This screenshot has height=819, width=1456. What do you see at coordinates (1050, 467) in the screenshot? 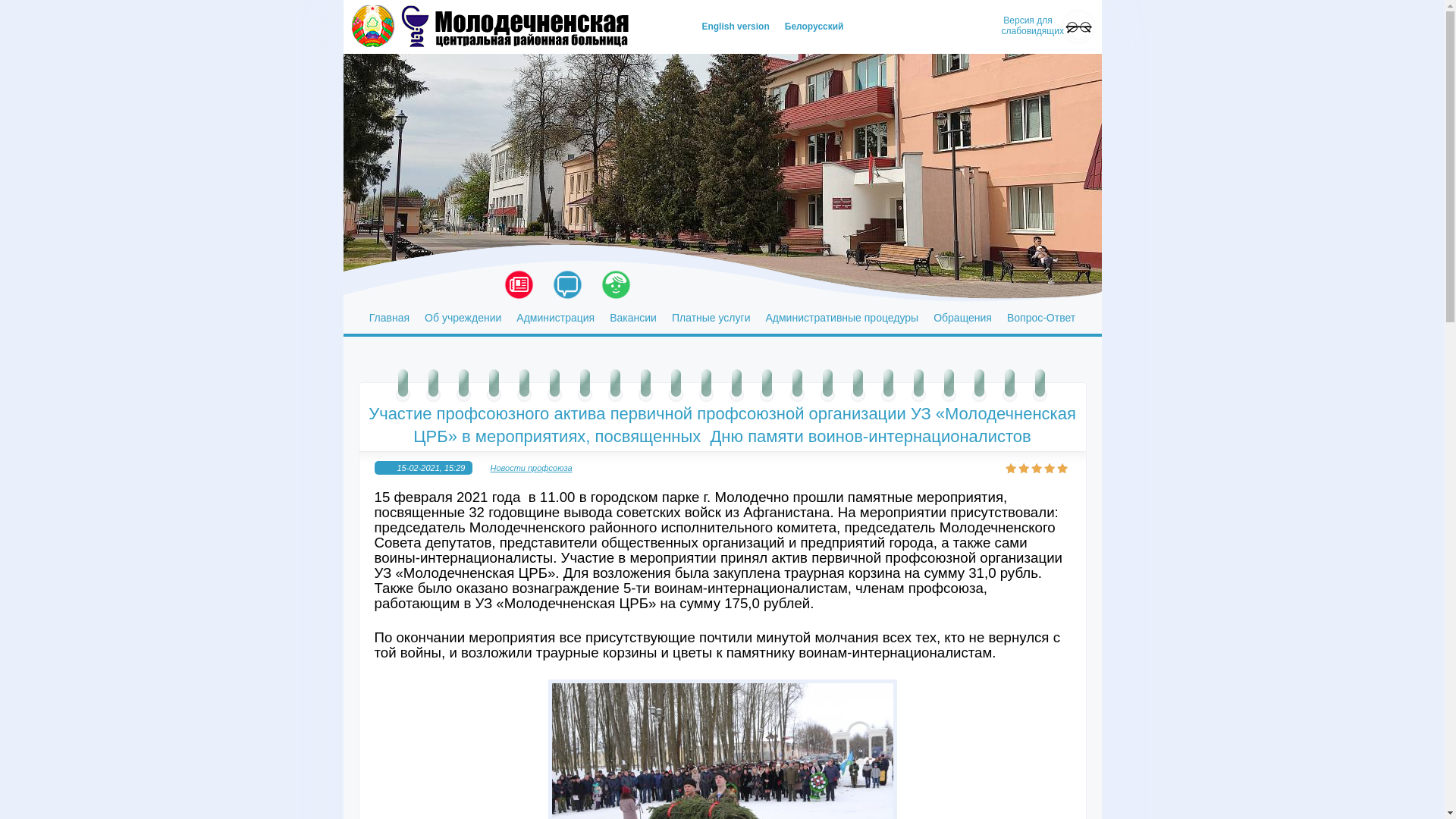
I see `'4'` at bounding box center [1050, 467].